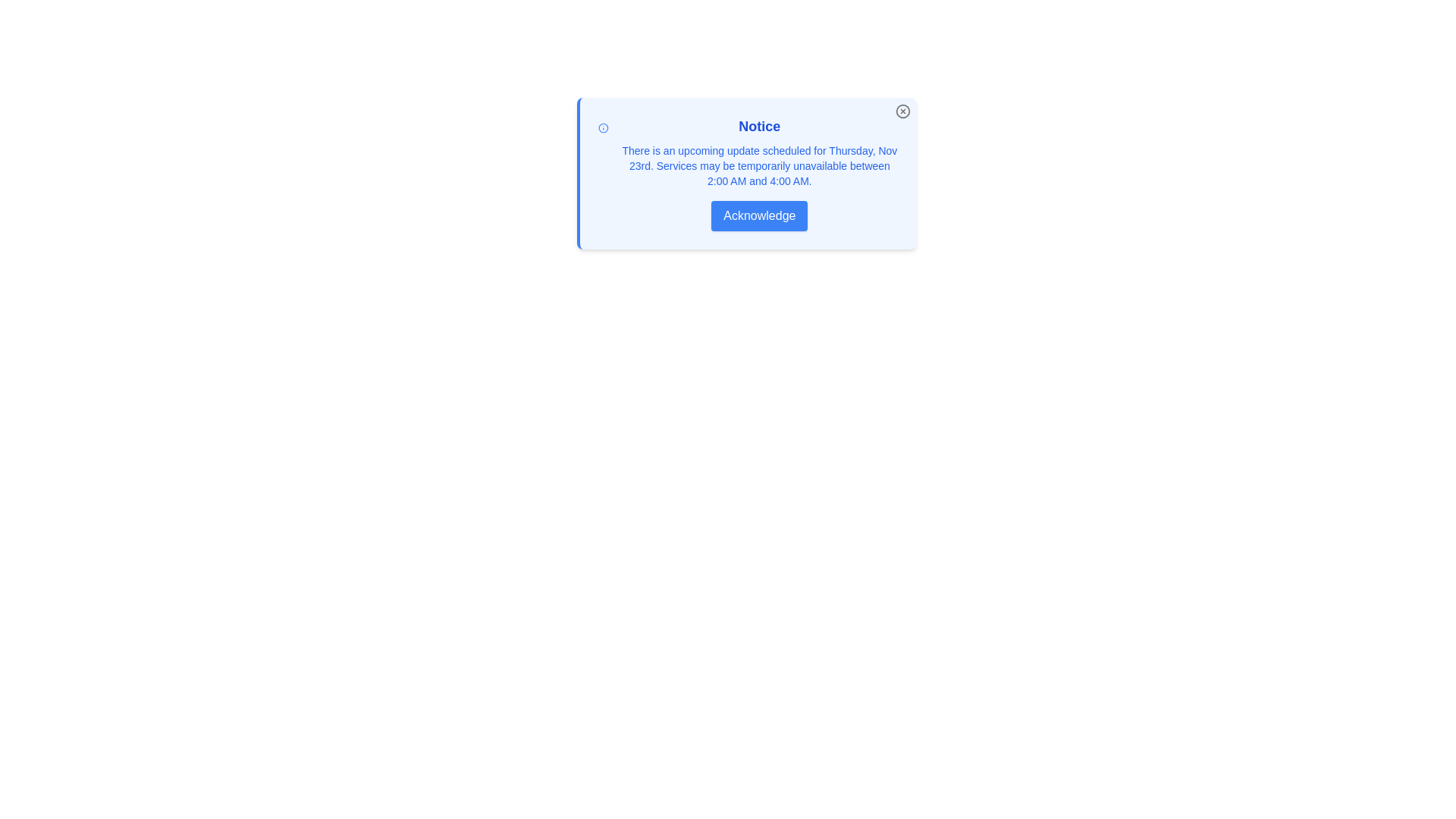 This screenshot has height=819, width=1456. What do you see at coordinates (902, 110) in the screenshot?
I see `the circular 'X' button located in the top-right corner of the notice box` at bounding box center [902, 110].